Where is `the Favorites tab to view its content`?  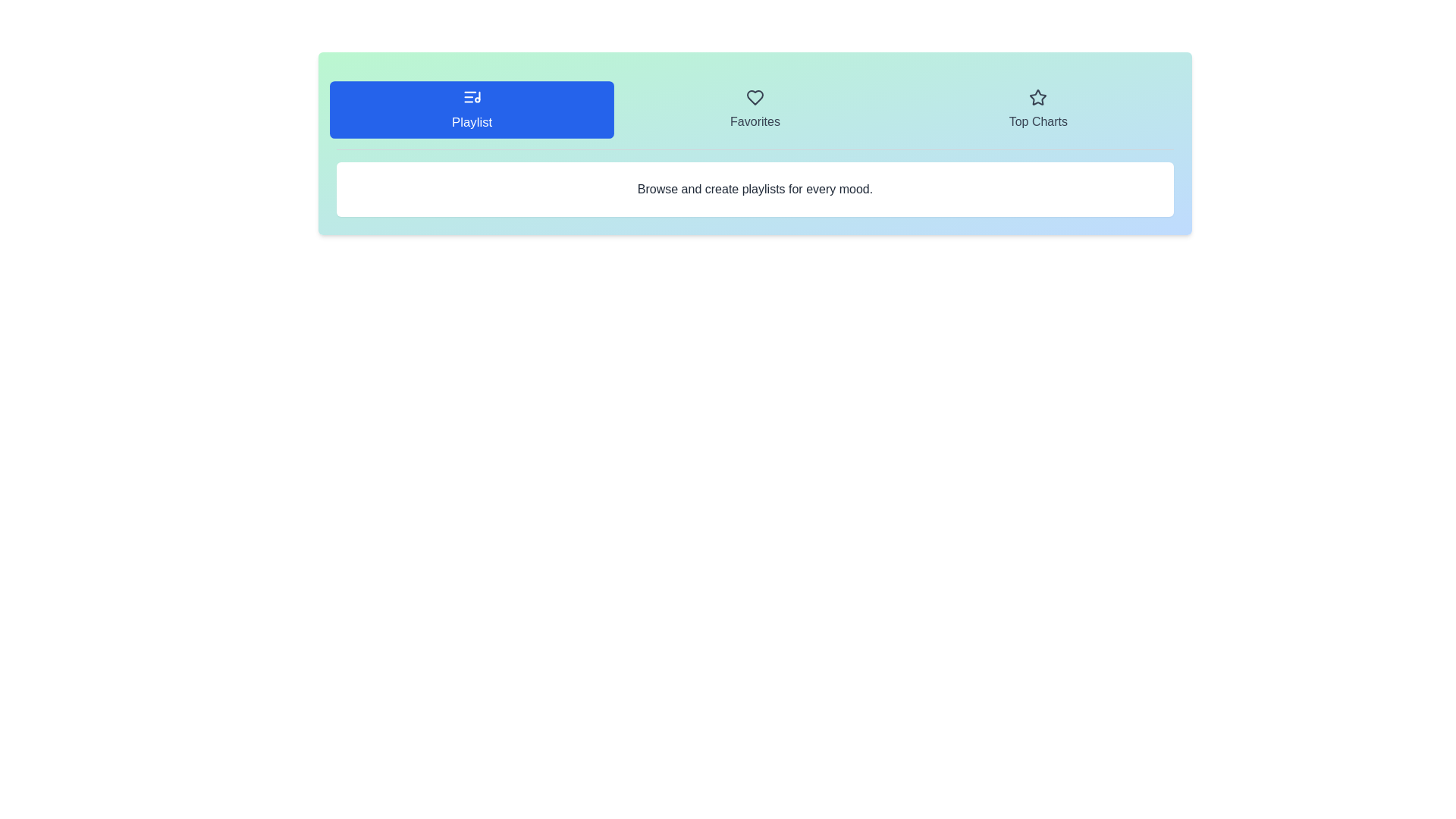
the Favorites tab to view its content is located at coordinates (755, 109).